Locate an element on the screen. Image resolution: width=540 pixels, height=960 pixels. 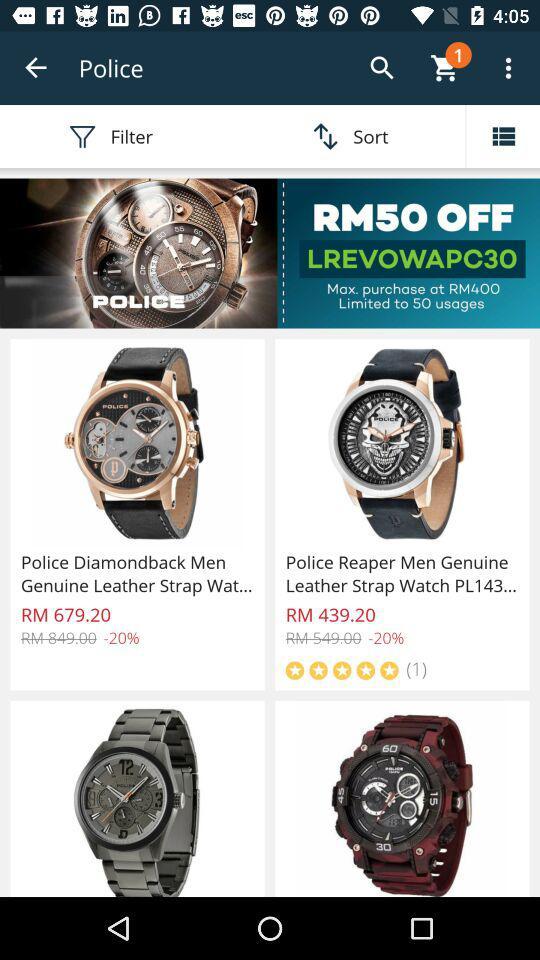
the list icon is located at coordinates (502, 135).